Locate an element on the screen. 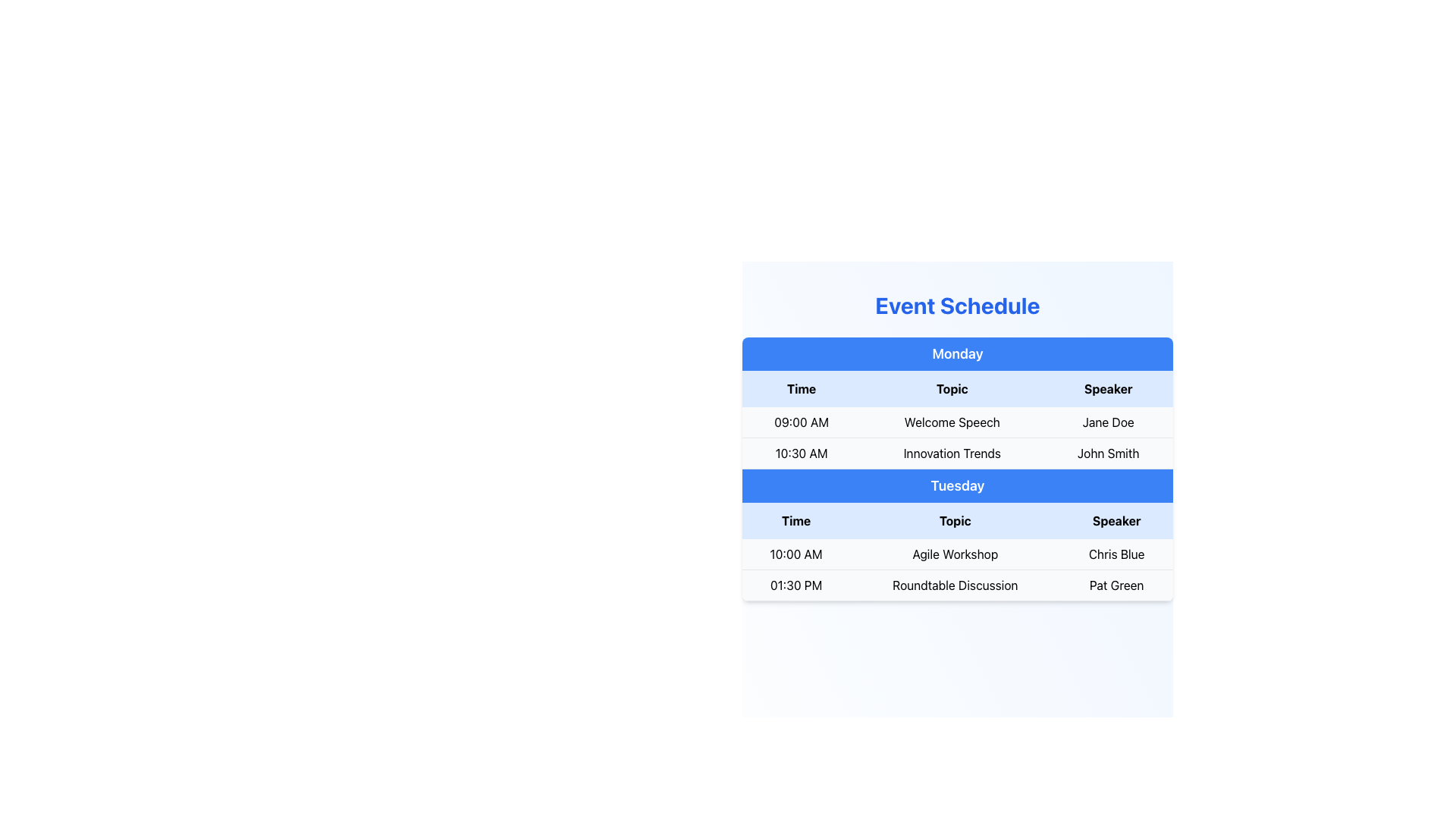 The width and height of the screenshot is (1456, 819). the 'Speaker' text field, which is a bold, black font centered within a light blue rectangular background in the third column header of the table is located at coordinates (1108, 388).